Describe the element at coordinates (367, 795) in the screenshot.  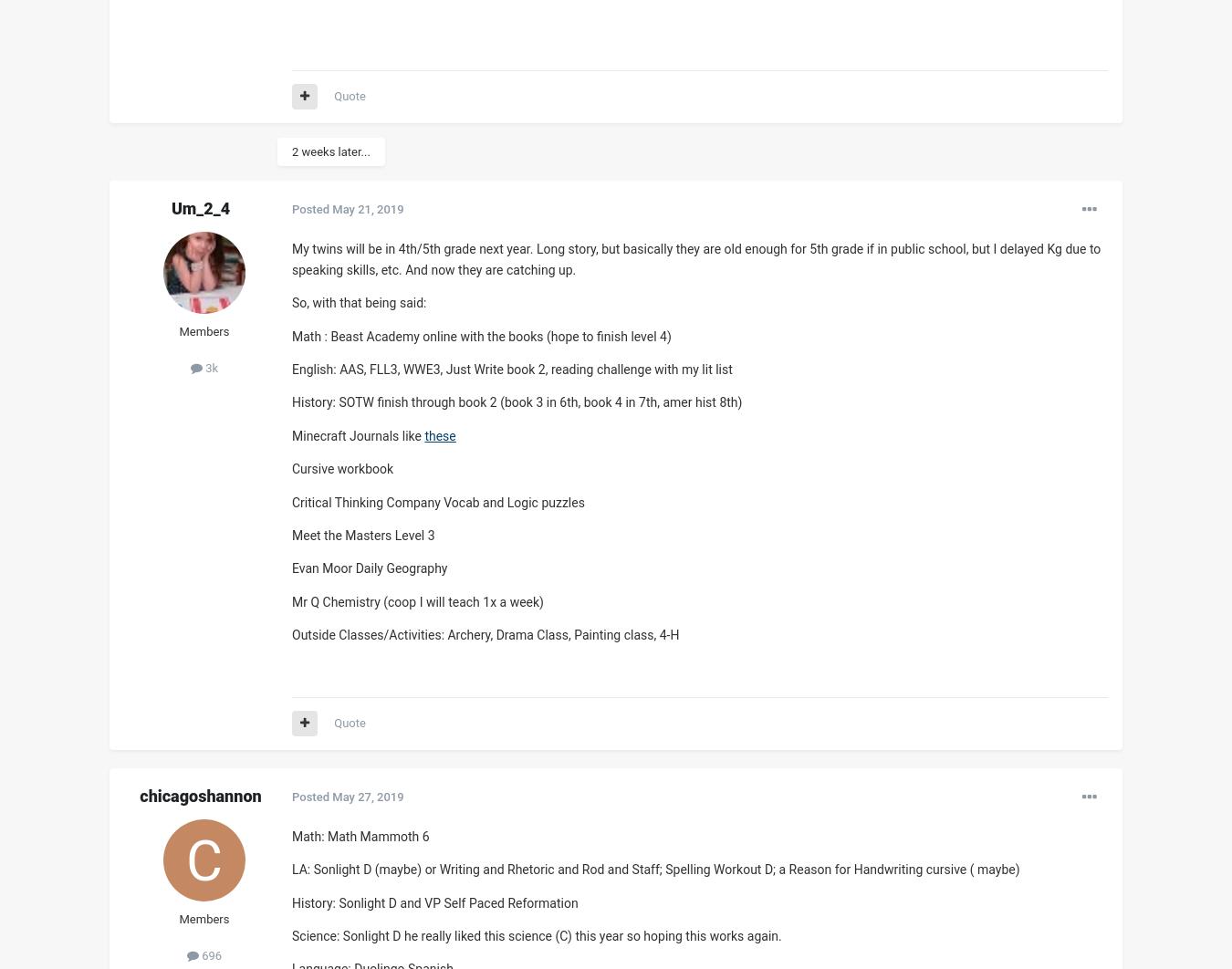
I see `'May 27, 2019'` at that location.